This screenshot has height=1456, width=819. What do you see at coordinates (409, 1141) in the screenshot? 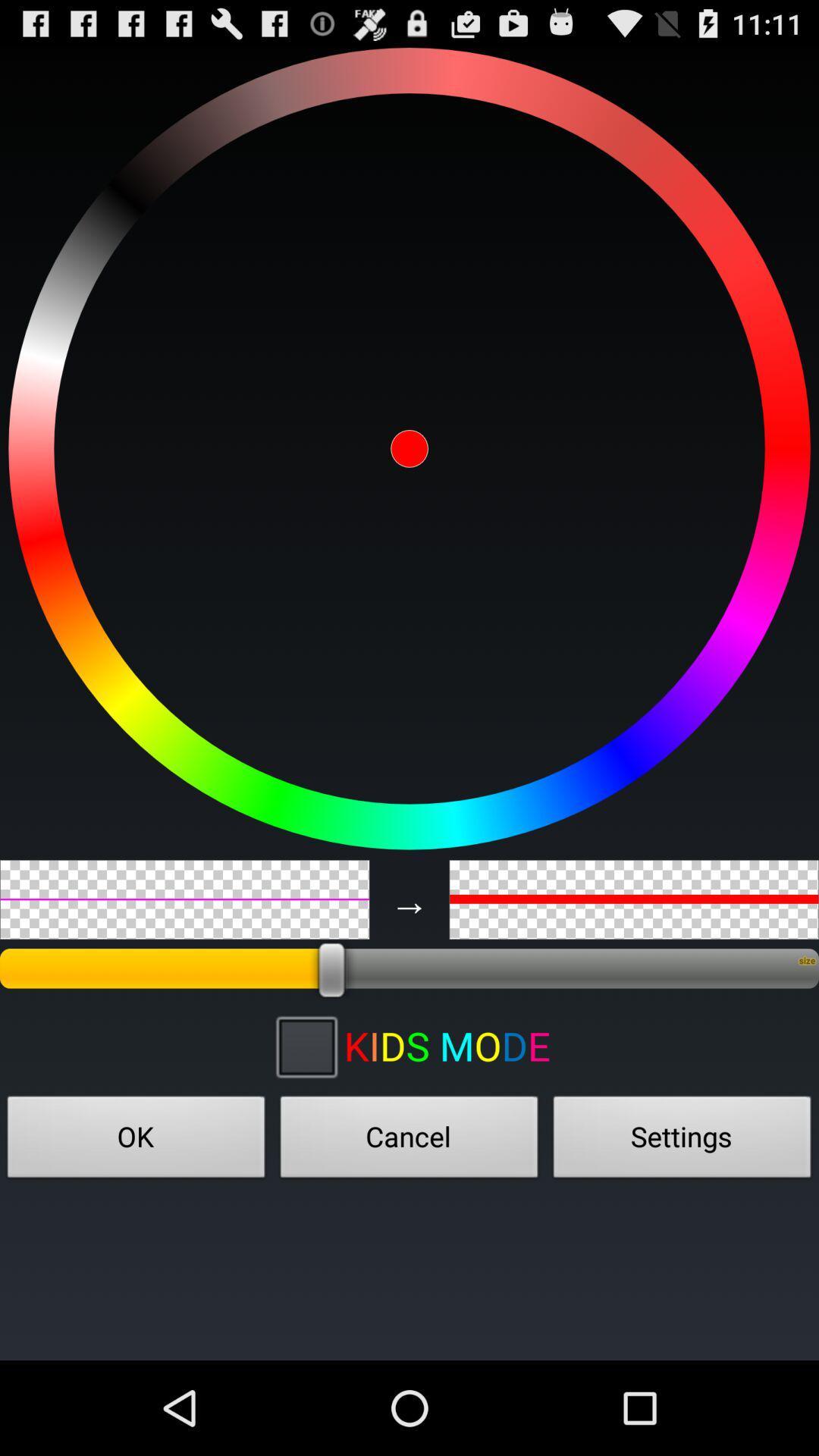
I see `the button next to the ok item` at bounding box center [409, 1141].